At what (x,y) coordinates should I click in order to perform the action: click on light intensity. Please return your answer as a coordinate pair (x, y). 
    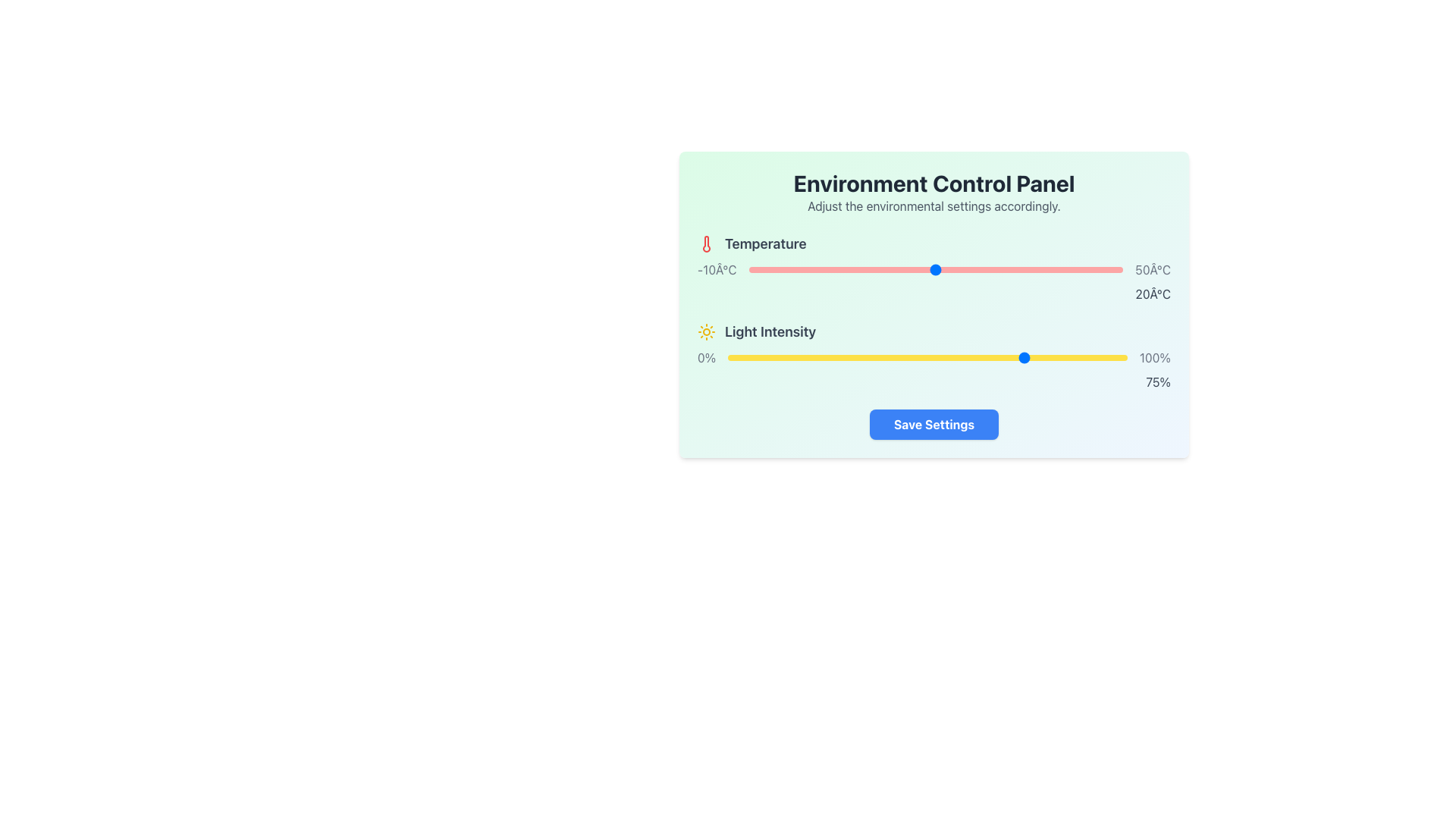
    Looking at the image, I should click on (876, 357).